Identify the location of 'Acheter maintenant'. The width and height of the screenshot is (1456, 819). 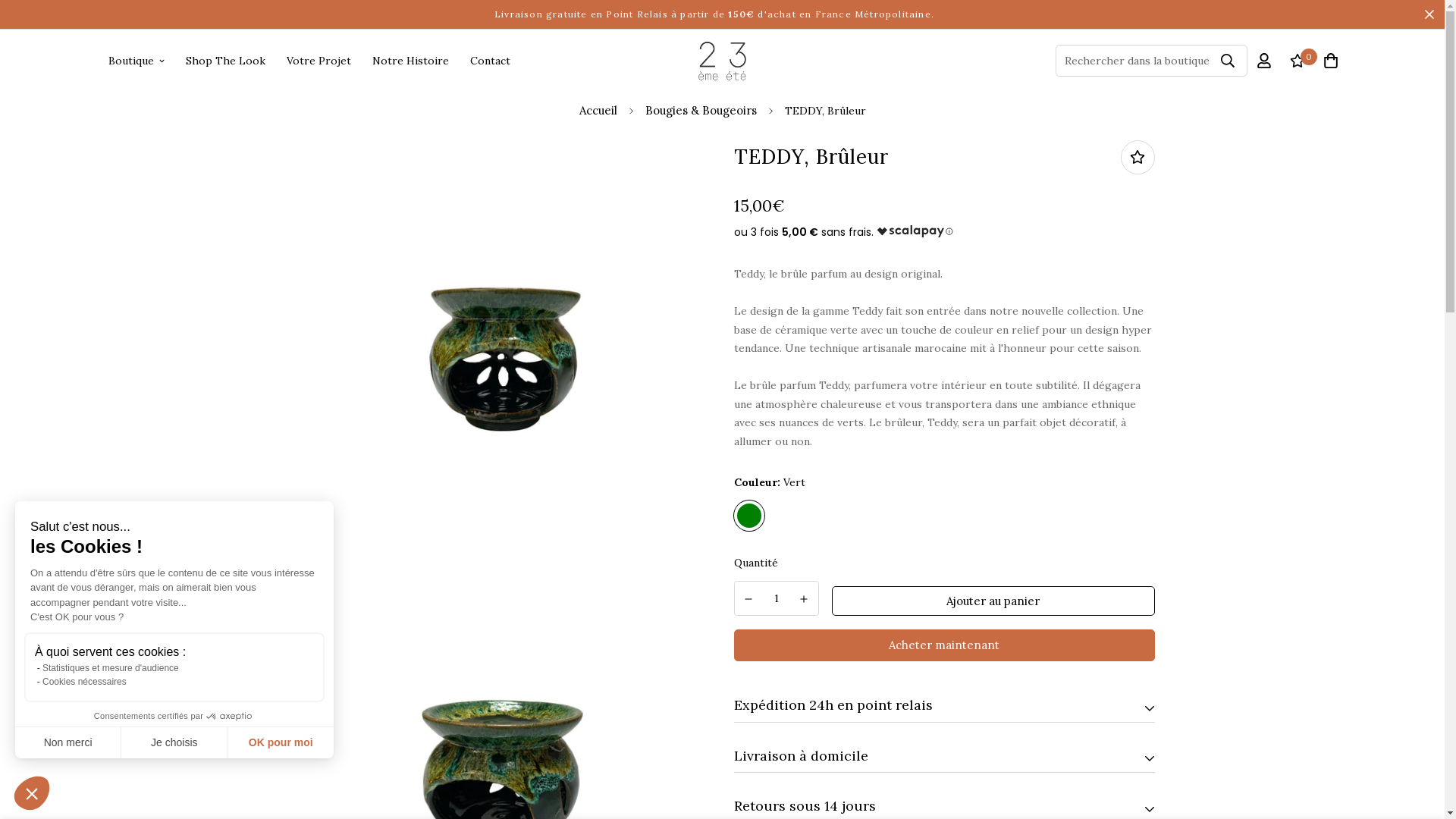
(943, 645).